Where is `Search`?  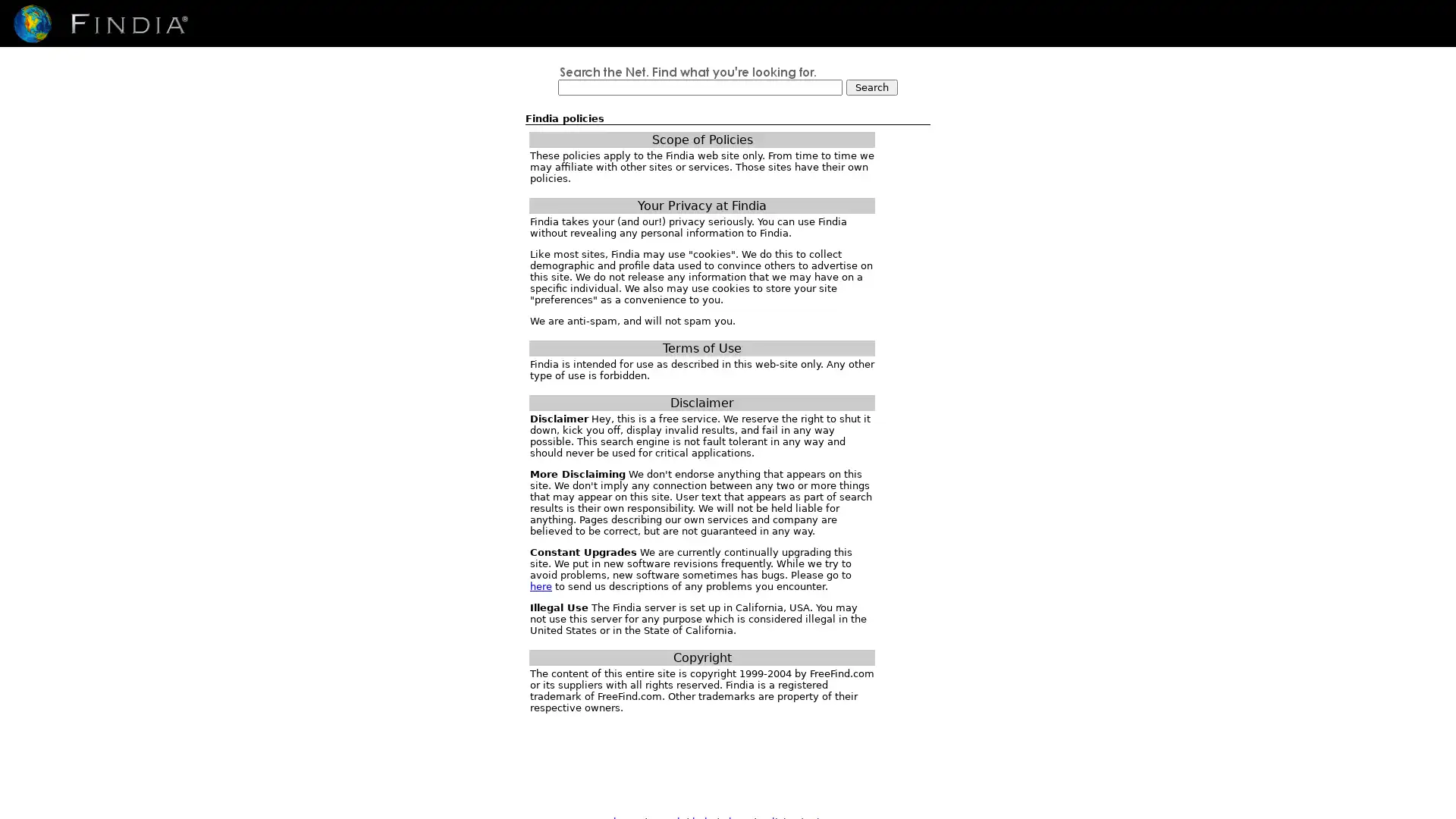 Search is located at coordinates (872, 87).